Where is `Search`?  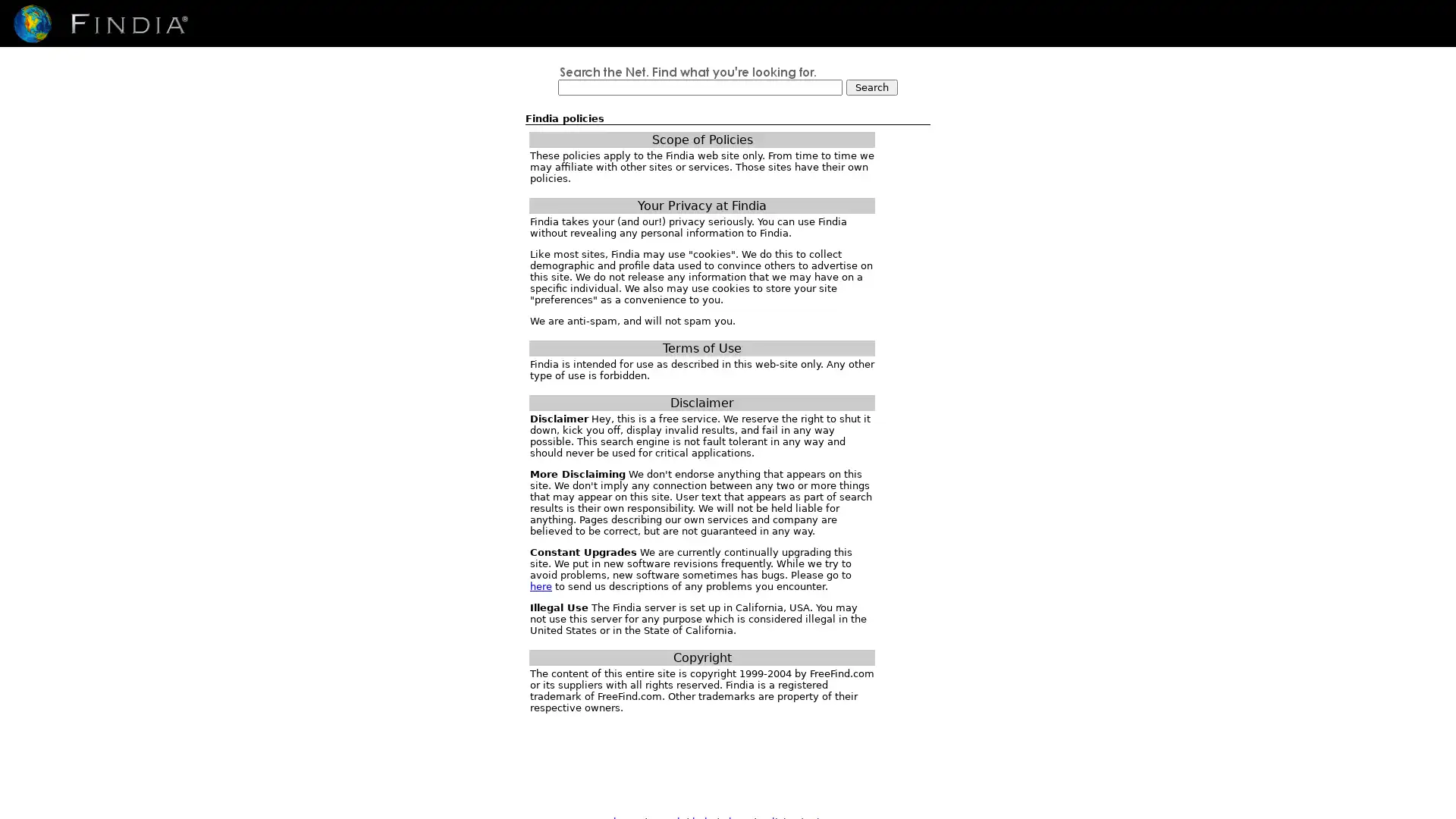 Search is located at coordinates (872, 87).